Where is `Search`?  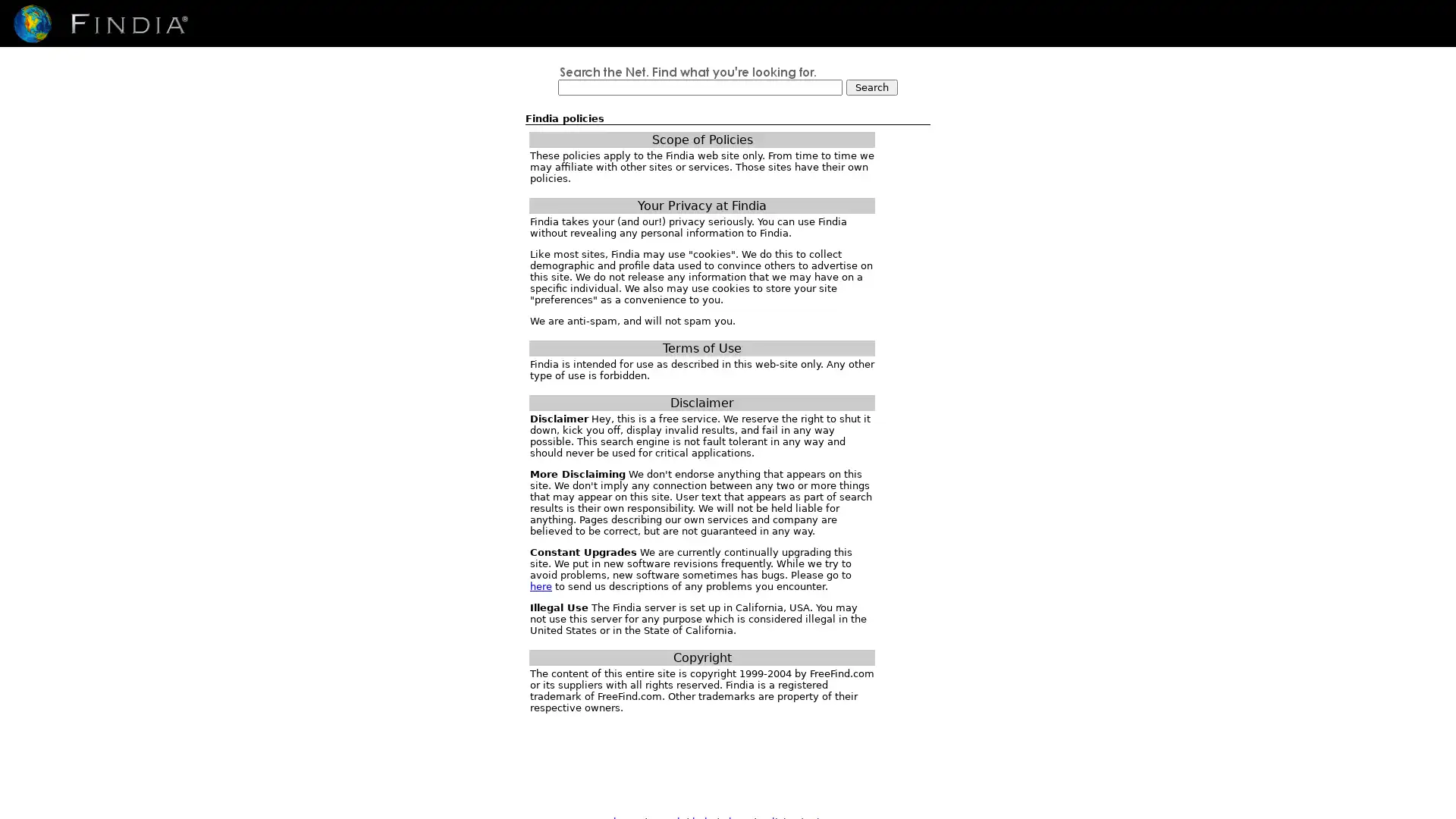 Search is located at coordinates (872, 87).